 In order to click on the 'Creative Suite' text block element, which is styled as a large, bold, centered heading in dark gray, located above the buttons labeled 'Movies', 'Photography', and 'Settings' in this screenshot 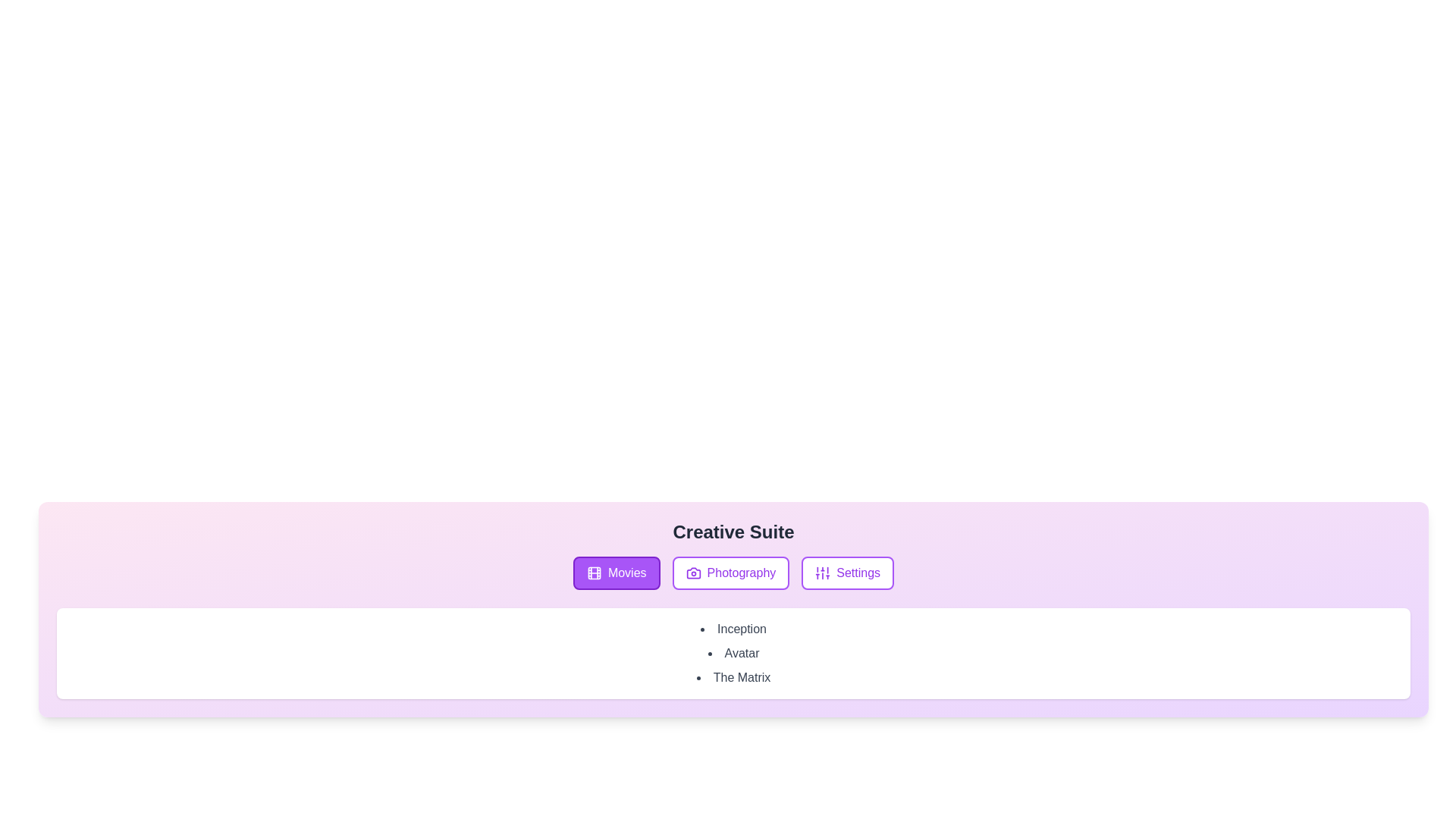, I will do `click(733, 532)`.